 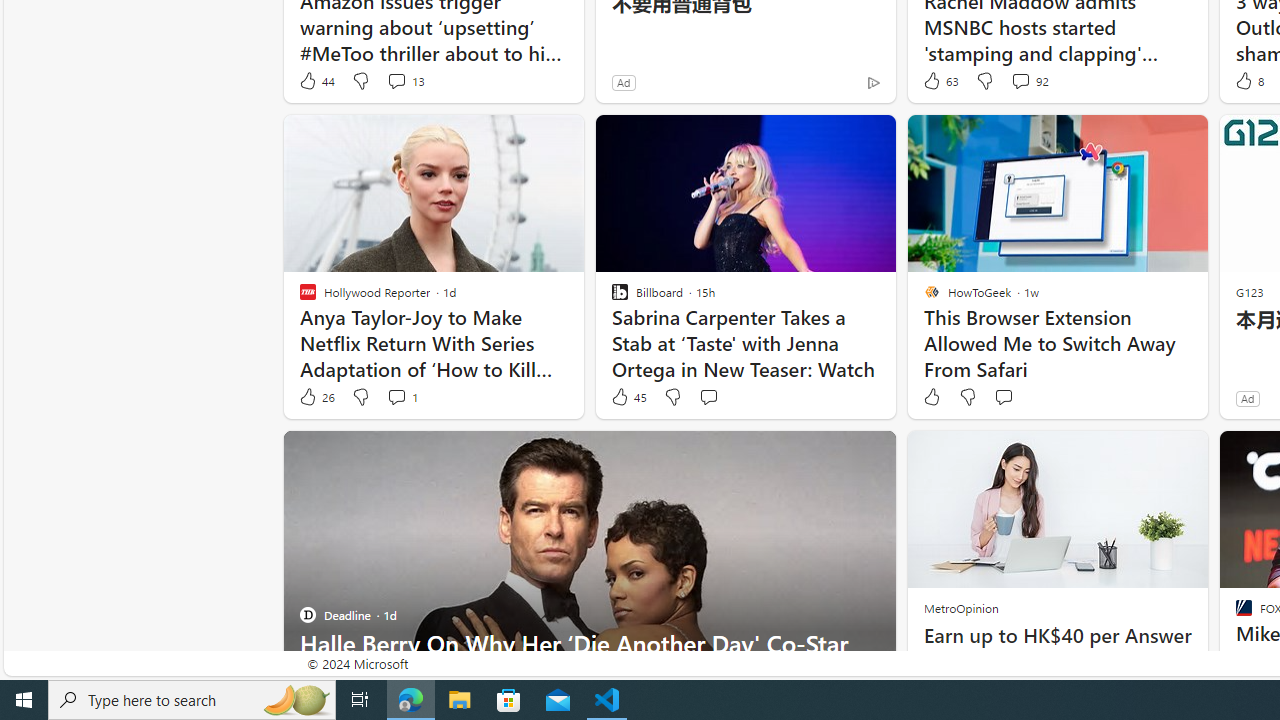 What do you see at coordinates (315, 397) in the screenshot?
I see `'26 Like'` at bounding box center [315, 397].